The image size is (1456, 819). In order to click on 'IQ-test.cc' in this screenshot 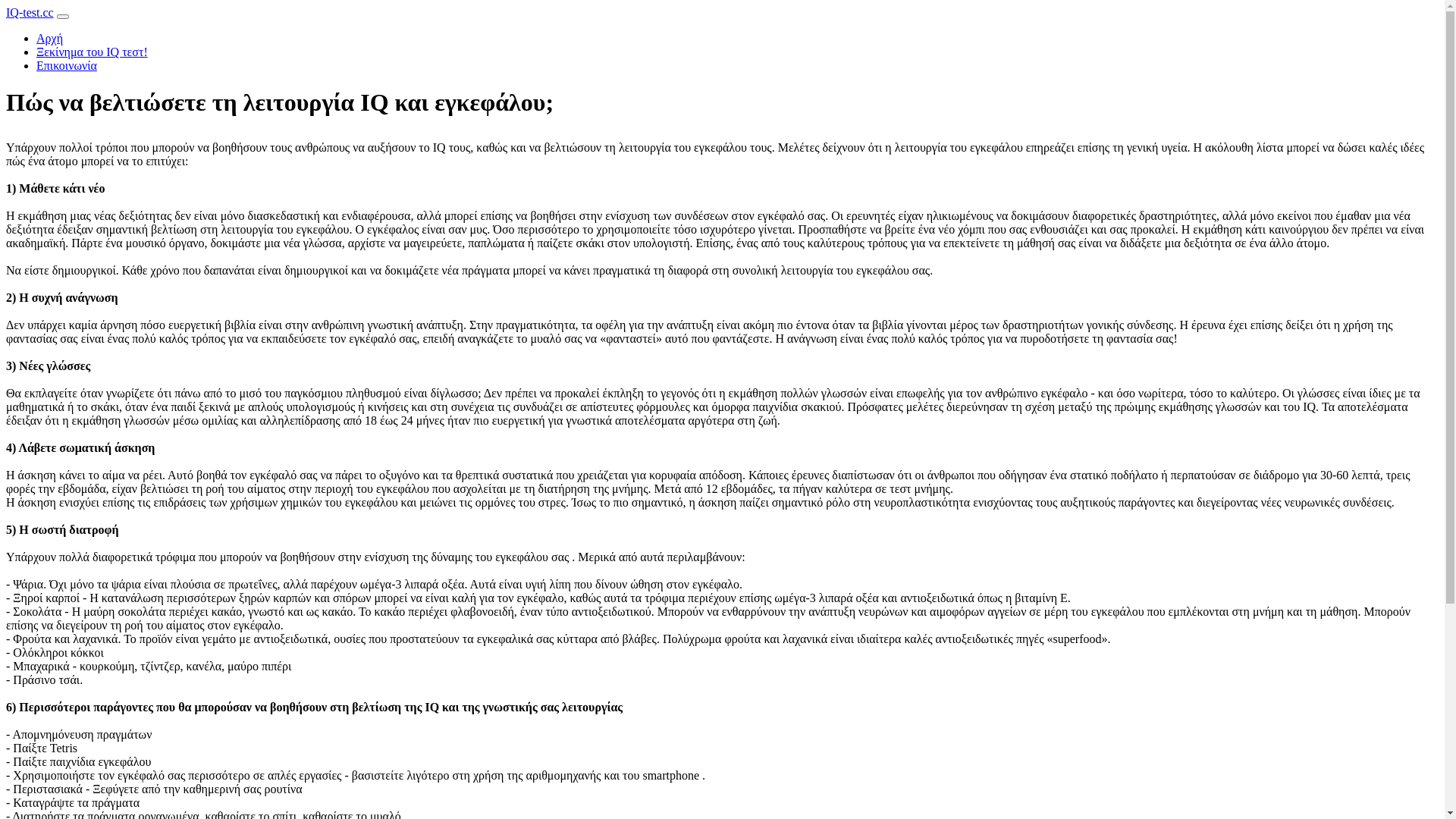, I will do `click(30, 12)`.